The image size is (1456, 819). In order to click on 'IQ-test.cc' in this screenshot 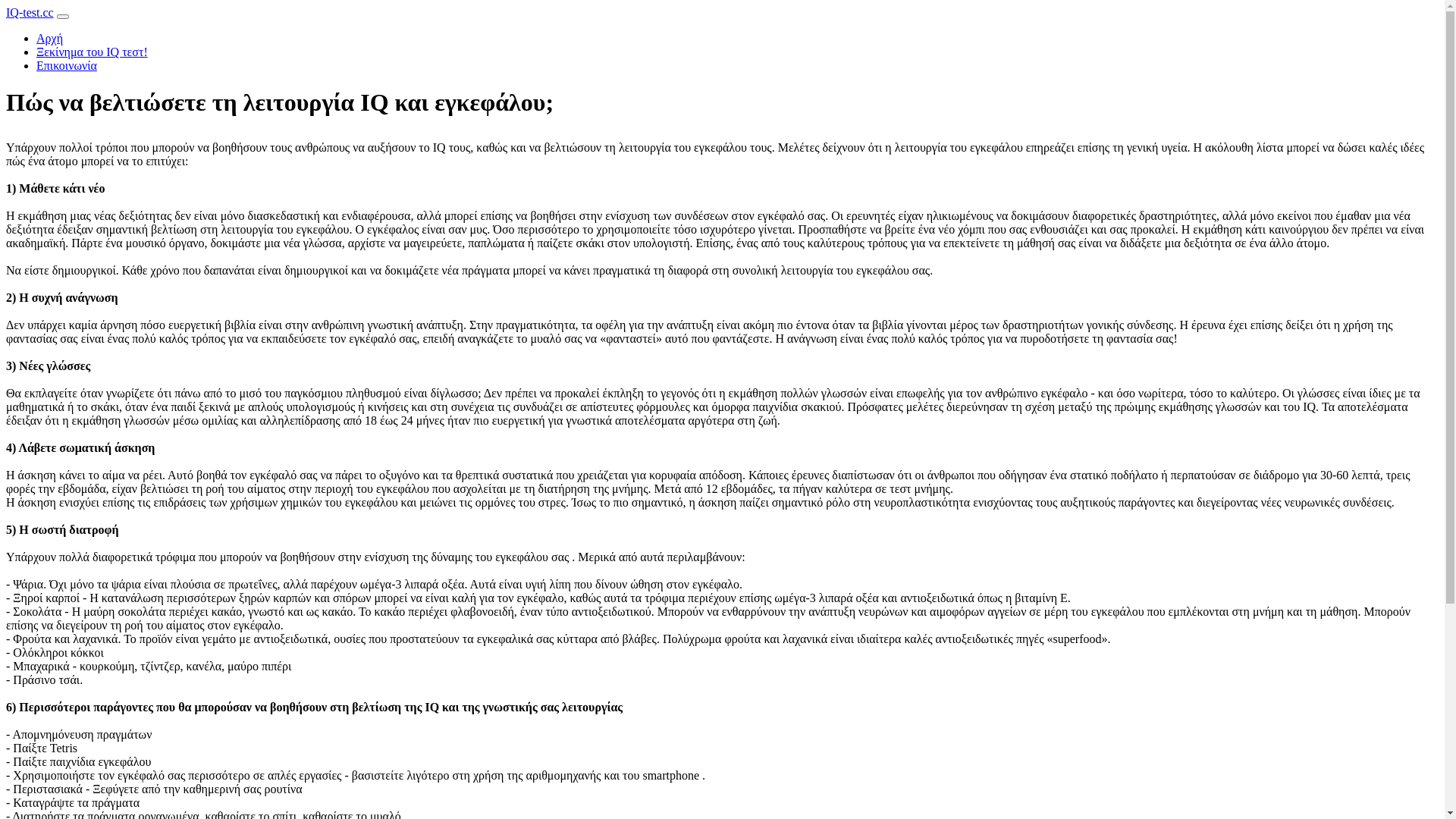, I will do `click(30, 12)`.